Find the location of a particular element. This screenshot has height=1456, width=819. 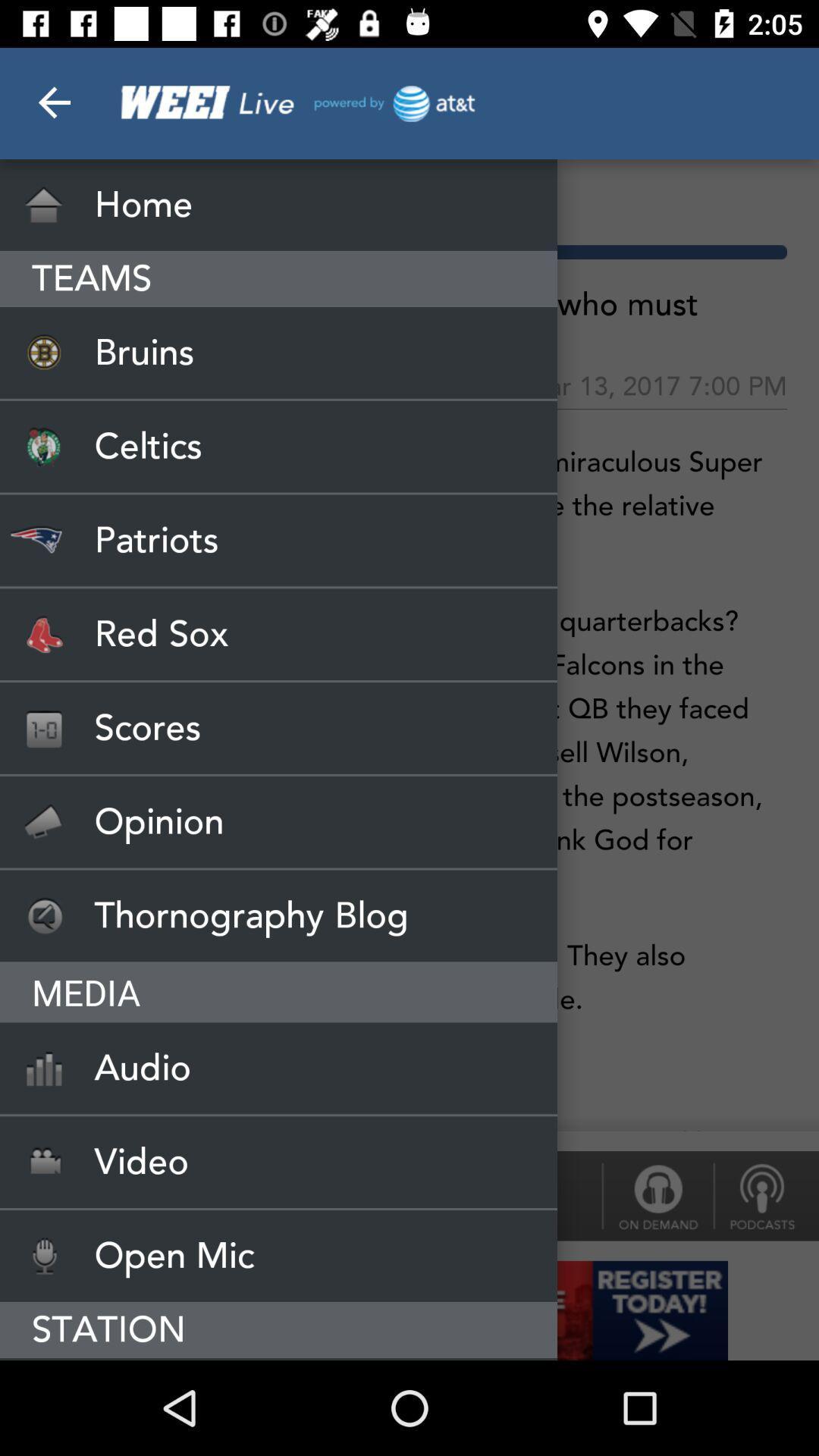

the lock icon is located at coordinates (657, 1195).